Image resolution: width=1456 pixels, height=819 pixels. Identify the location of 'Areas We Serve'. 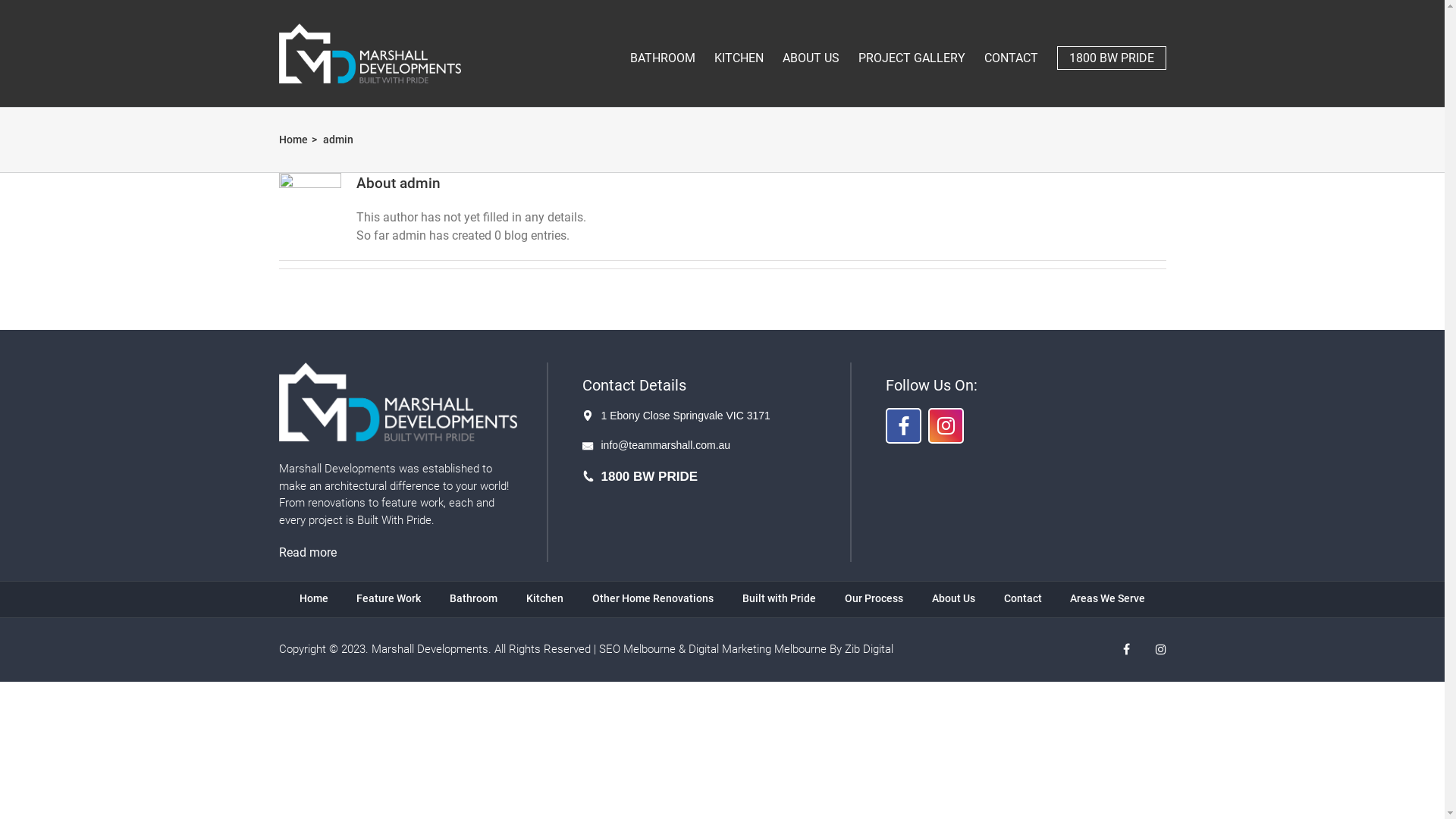
(1107, 598).